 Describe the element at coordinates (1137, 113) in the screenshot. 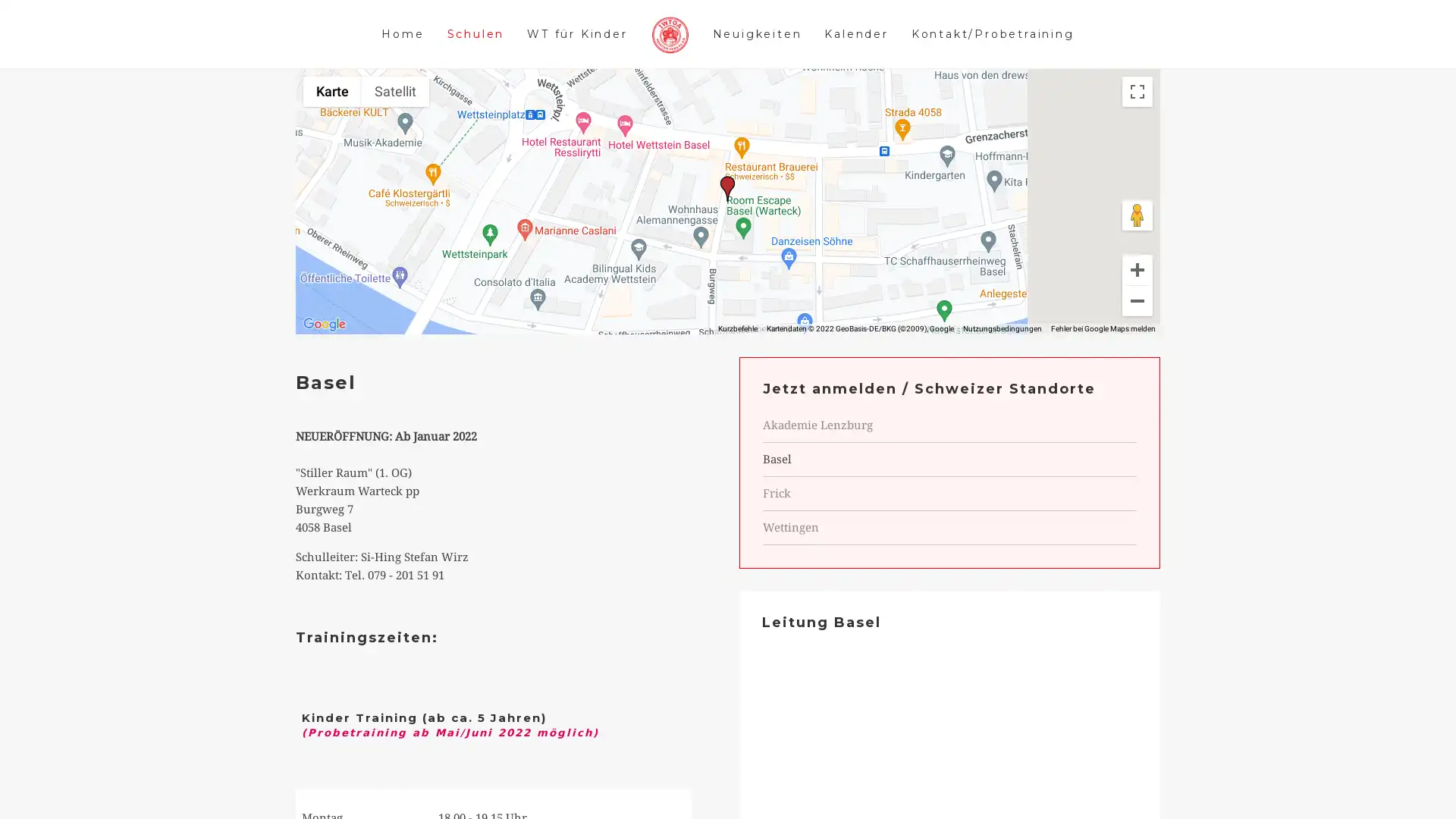

I see `Vollbildansicht ein/aus` at that location.